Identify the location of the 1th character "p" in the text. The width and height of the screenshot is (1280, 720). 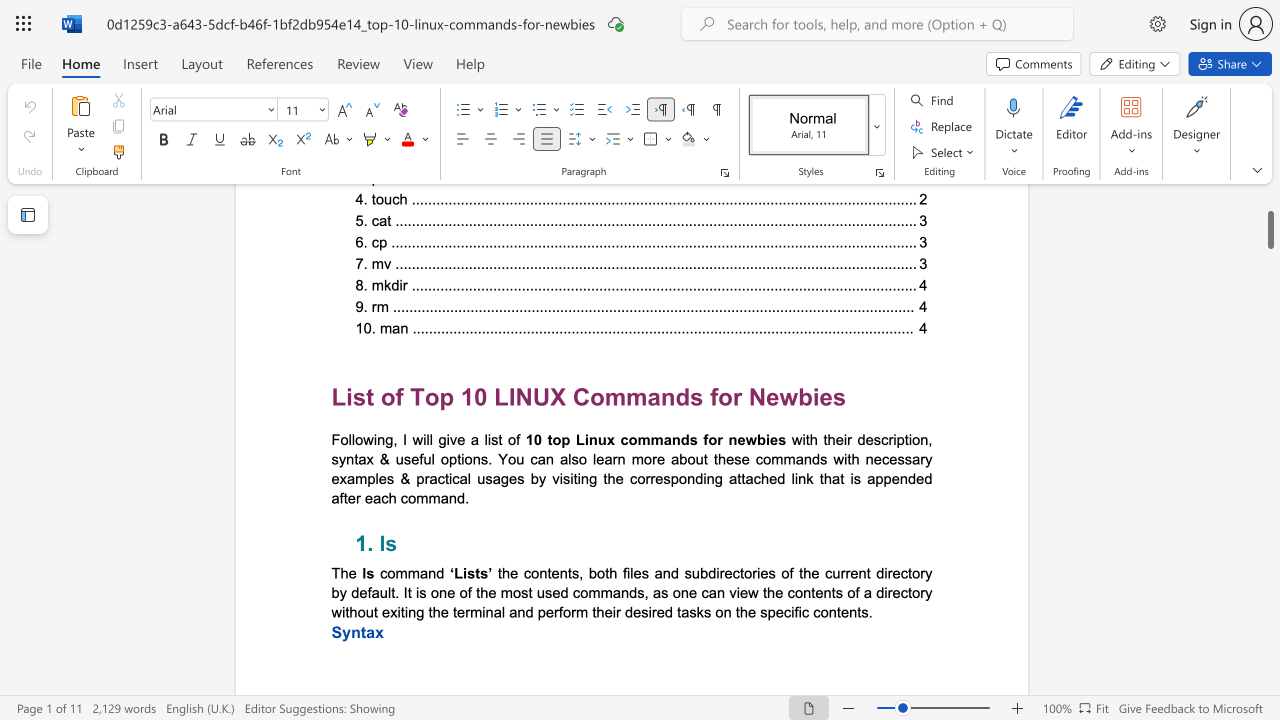
(564, 438).